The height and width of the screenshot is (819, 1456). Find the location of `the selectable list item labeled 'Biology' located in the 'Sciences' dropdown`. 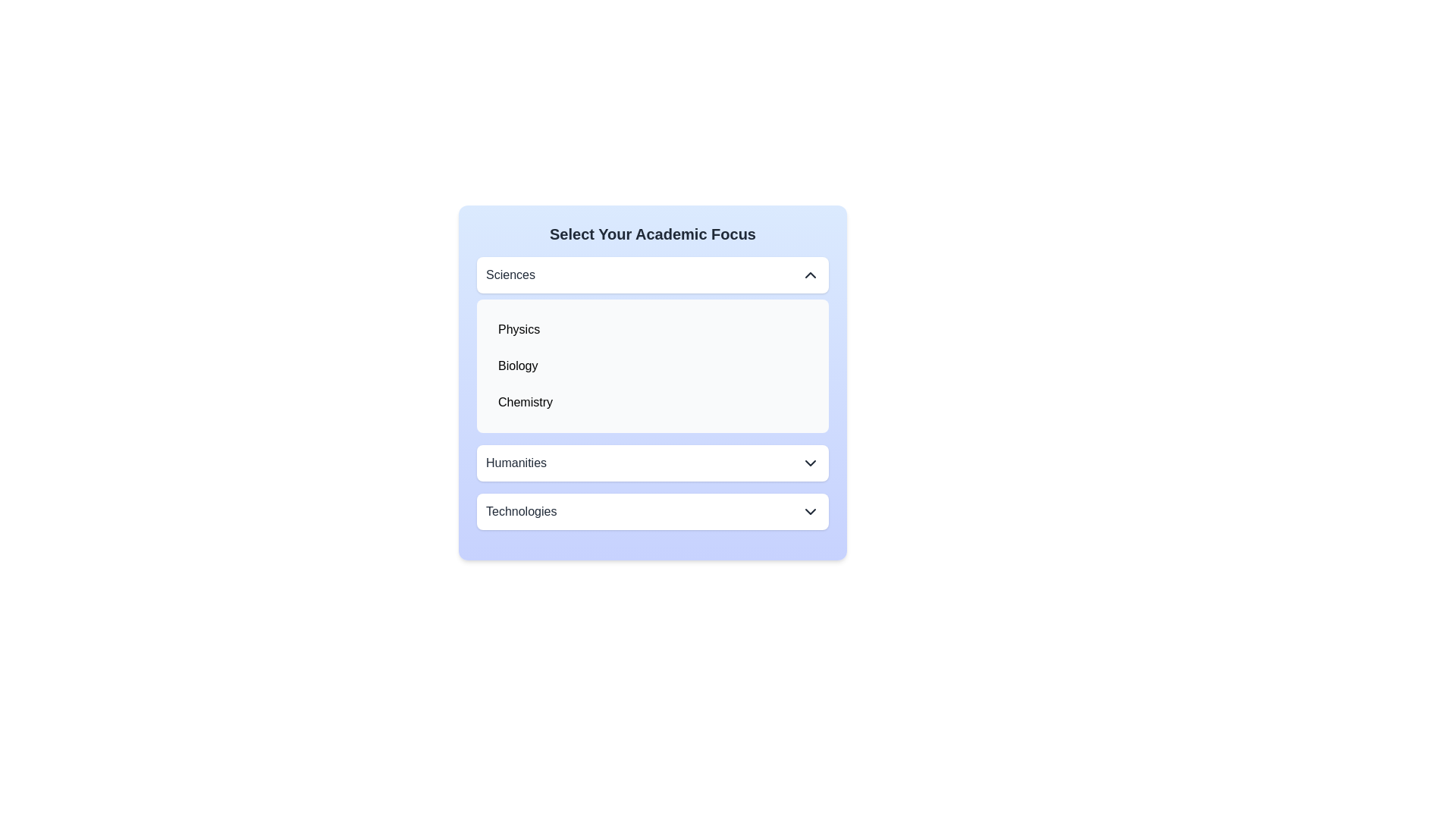

the selectable list item labeled 'Biology' located in the 'Sciences' dropdown is located at coordinates (518, 366).